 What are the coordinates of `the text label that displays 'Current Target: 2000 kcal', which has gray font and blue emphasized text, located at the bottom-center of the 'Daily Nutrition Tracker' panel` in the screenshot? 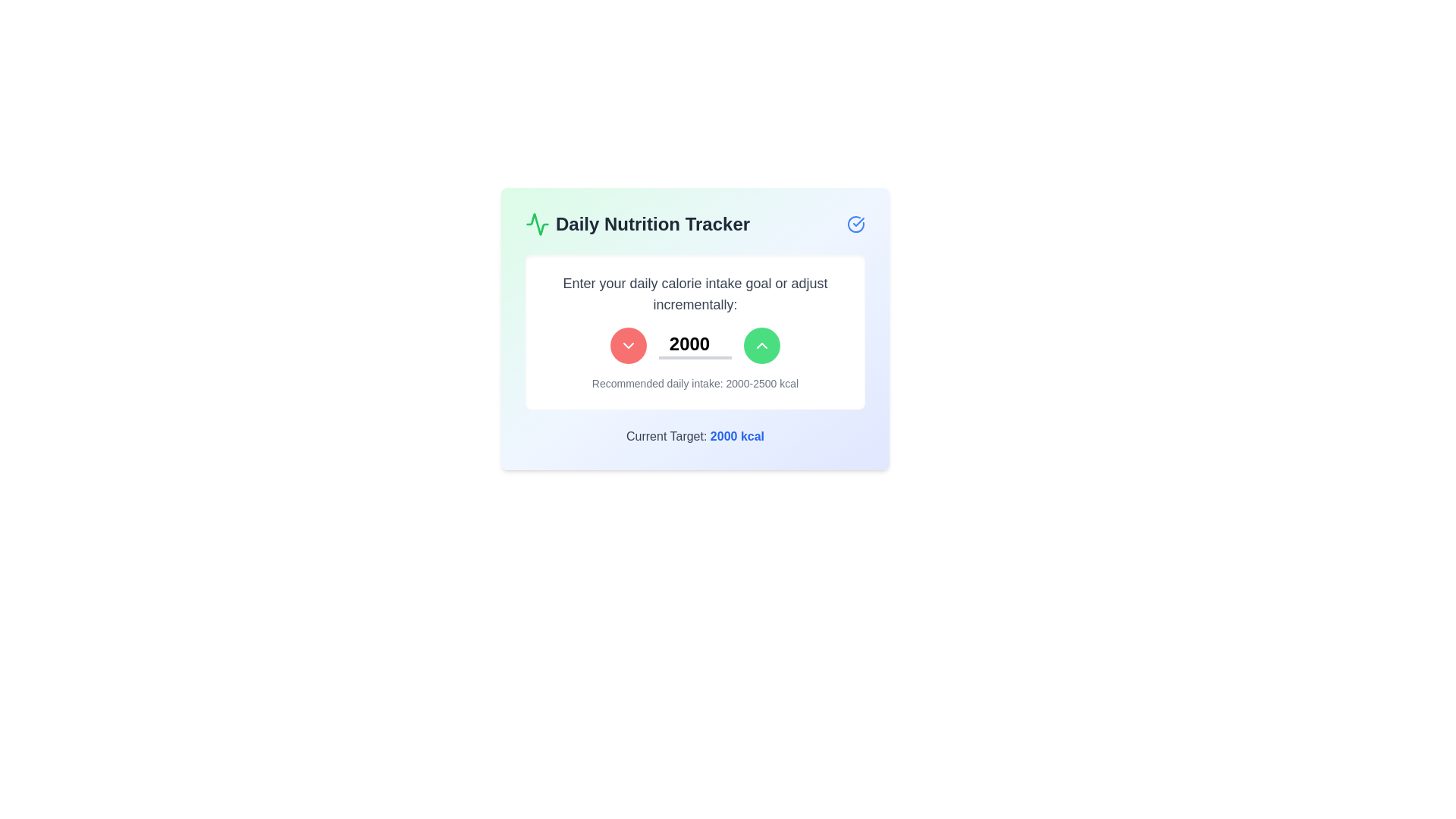 It's located at (694, 436).